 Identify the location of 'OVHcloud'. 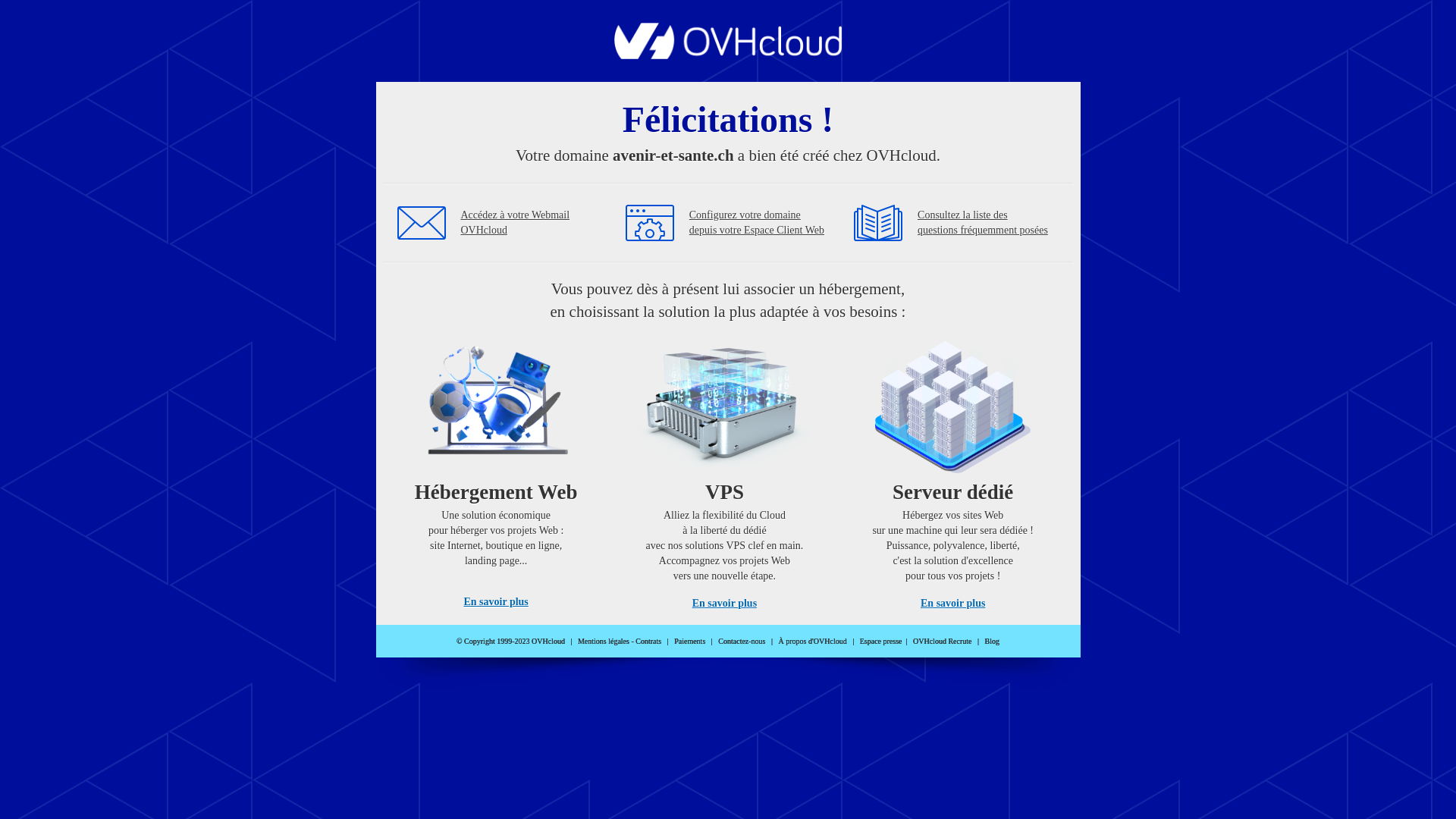
(614, 54).